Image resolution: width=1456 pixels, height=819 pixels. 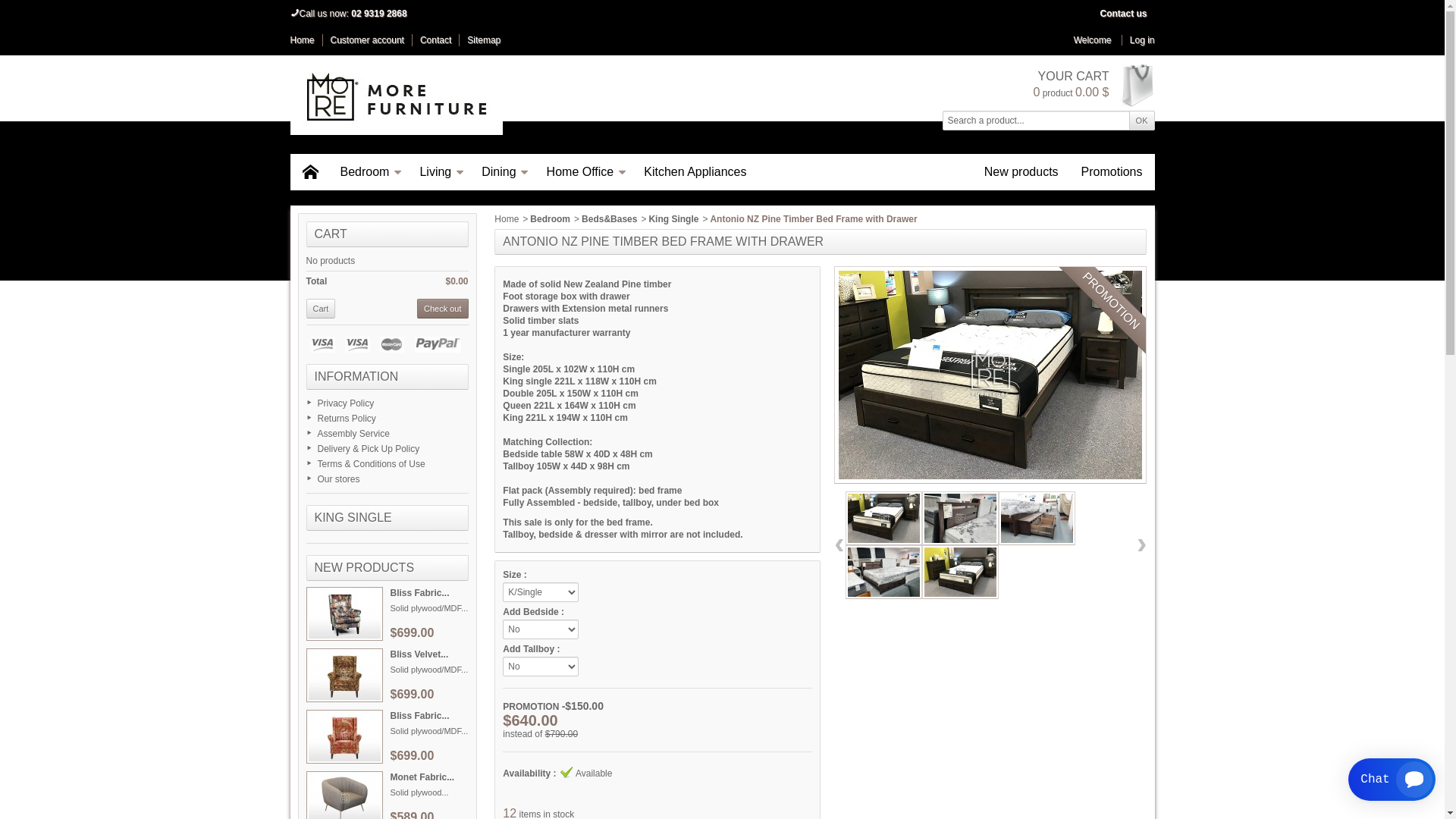 I want to click on 'Assembly Service', so click(x=352, y=433).